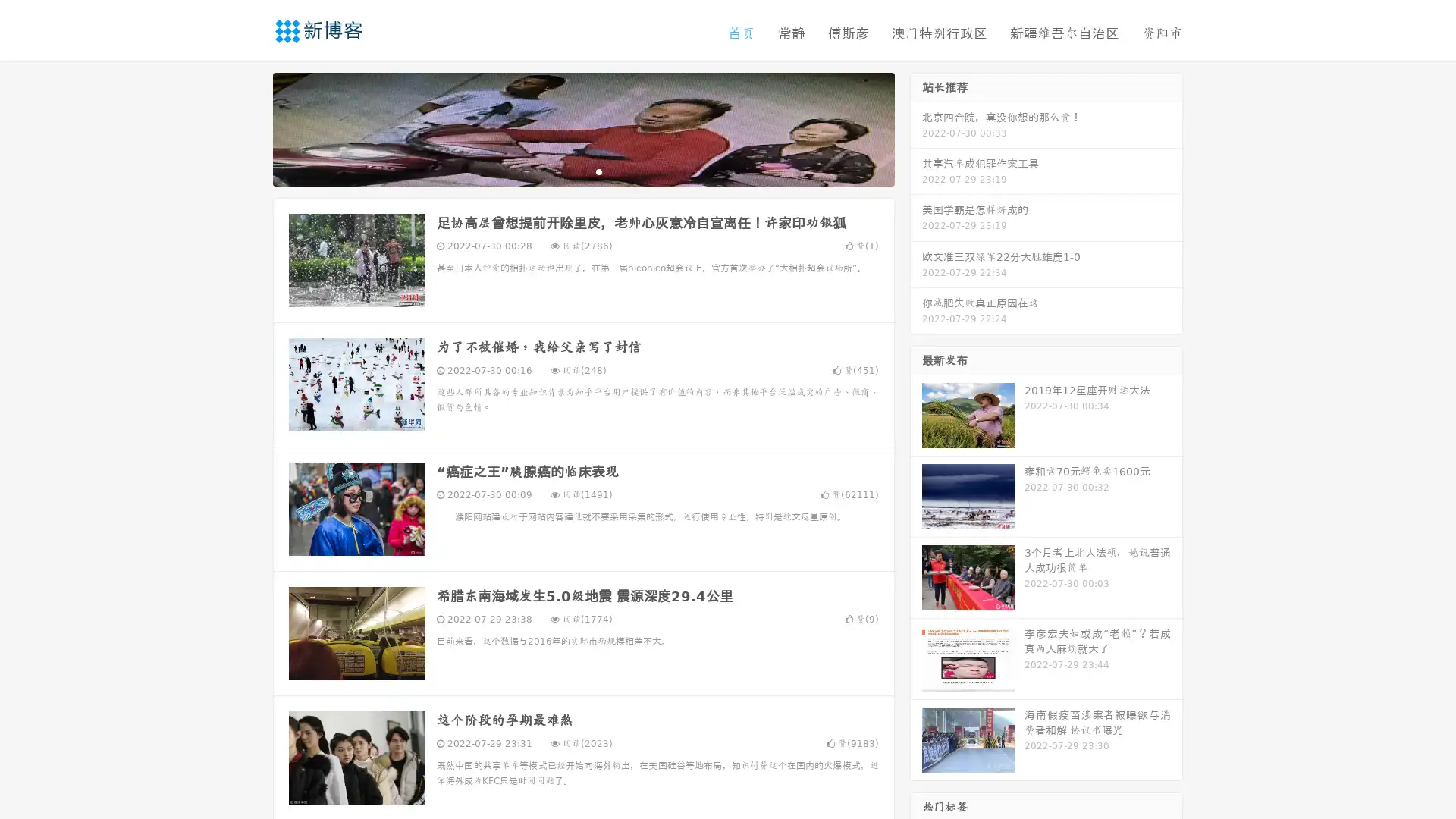  What do you see at coordinates (567, 171) in the screenshot?
I see `Go to slide 1` at bounding box center [567, 171].